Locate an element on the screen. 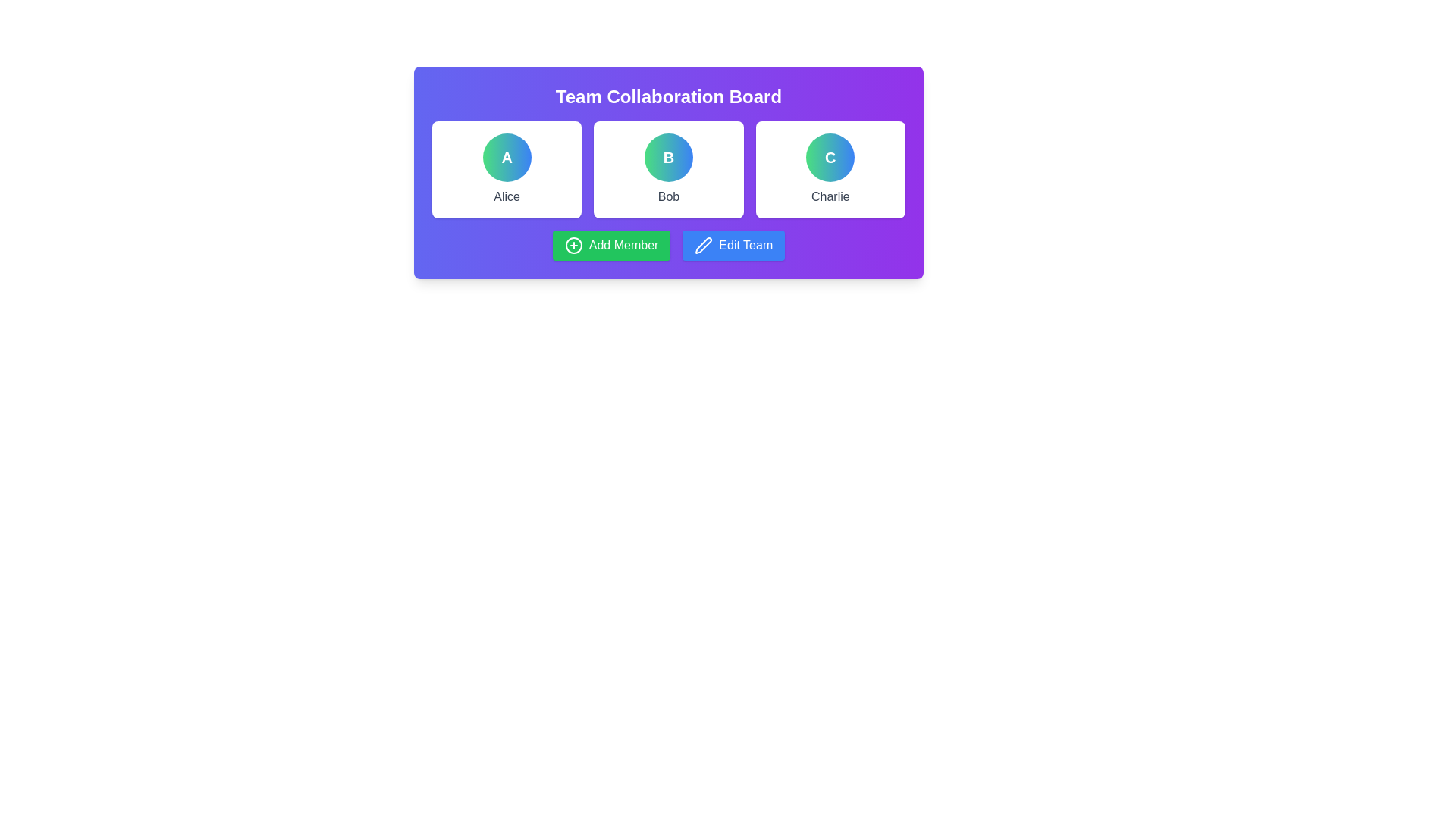 The width and height of the screenshot is (1456, 819). the circular badge Avatar with a gradient background and the letter 'A' in the center, located at the top-middle of the white card containing the name 'Alice' is located at coordinates (507, 158).